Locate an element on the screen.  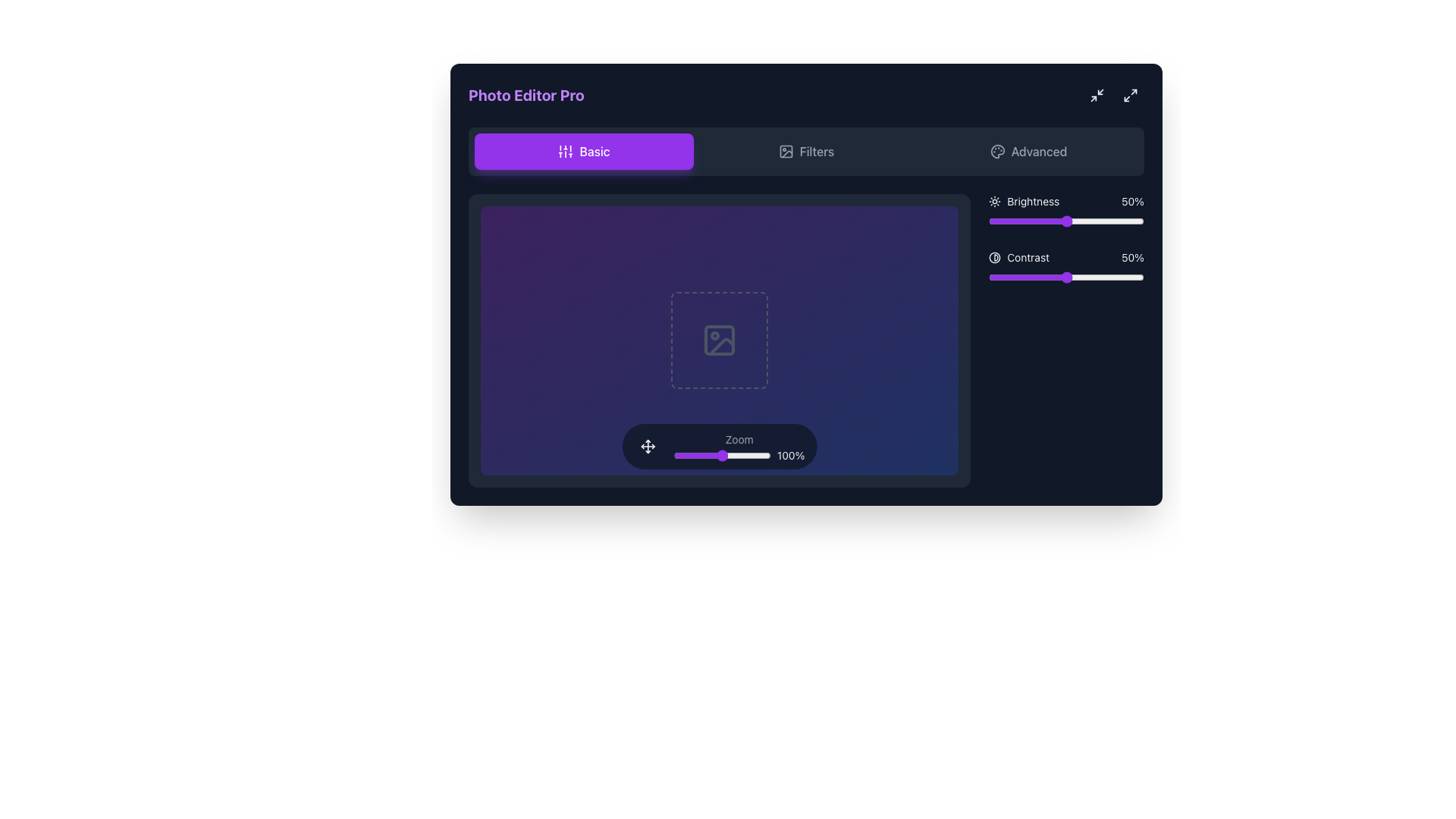
the static text label displaying 'Photo Editor Pro', which is a bold purple title located at the upper left corner of the application interface is located at coordinates (526, 96).